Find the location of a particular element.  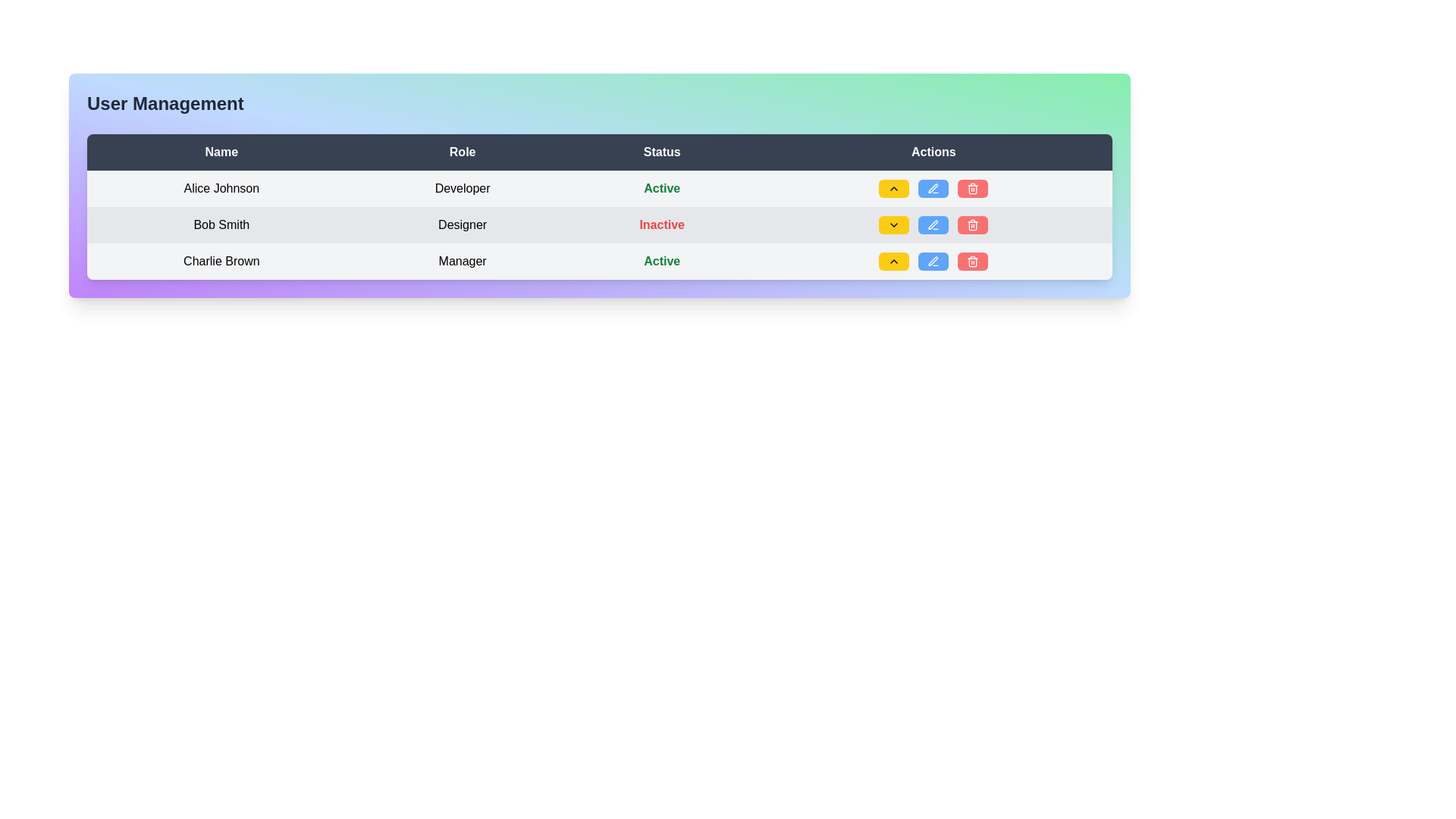

the yellow button with a downward-facing chevron icon in the 'Actions' column of the table row for user 'Bob Smith' is located at coordinates (894, 225).